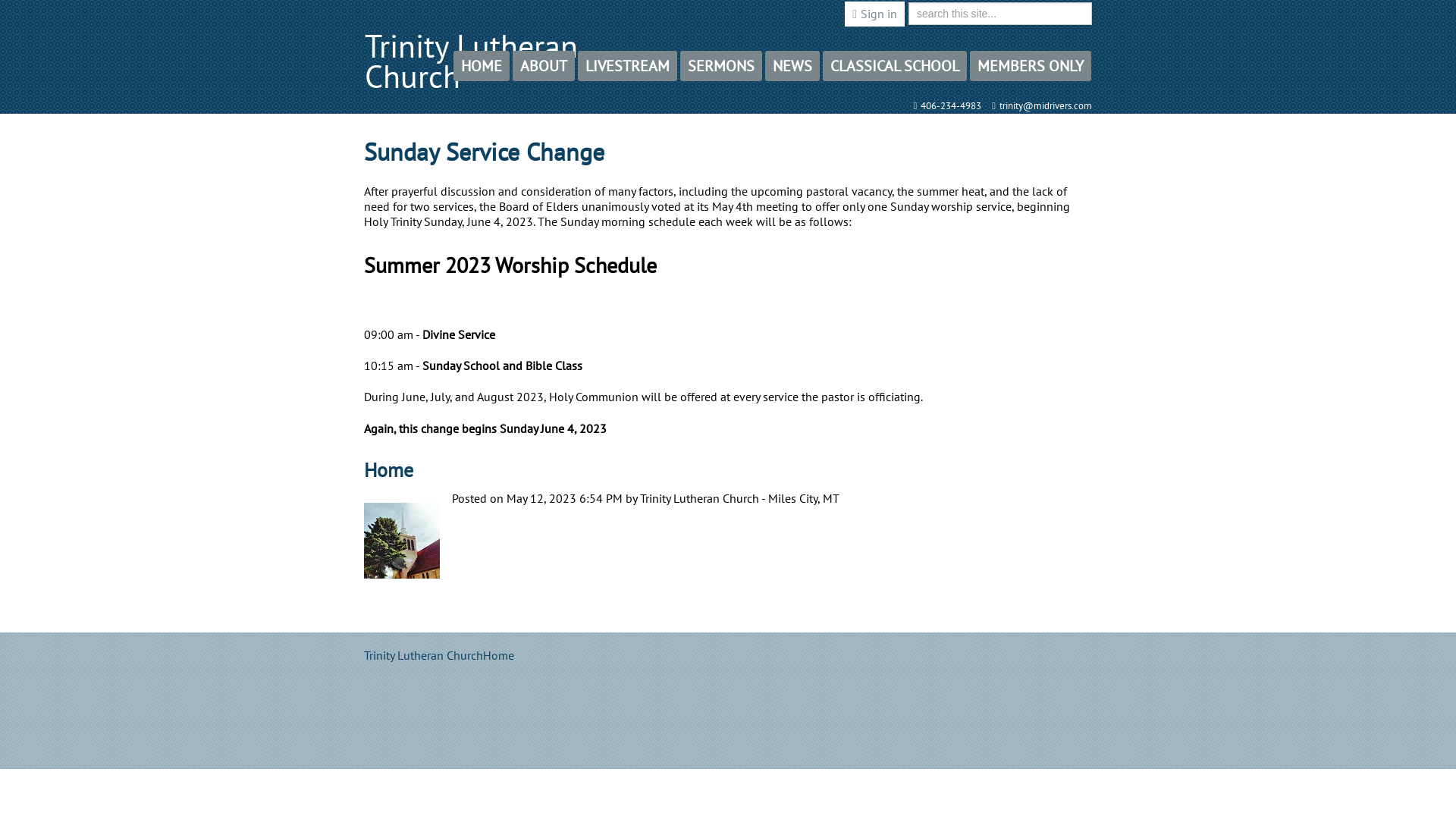  What do you see at coordinates (480, 65) in the screenshot?
I see `'HOME'` at bounding box center [480, 65].